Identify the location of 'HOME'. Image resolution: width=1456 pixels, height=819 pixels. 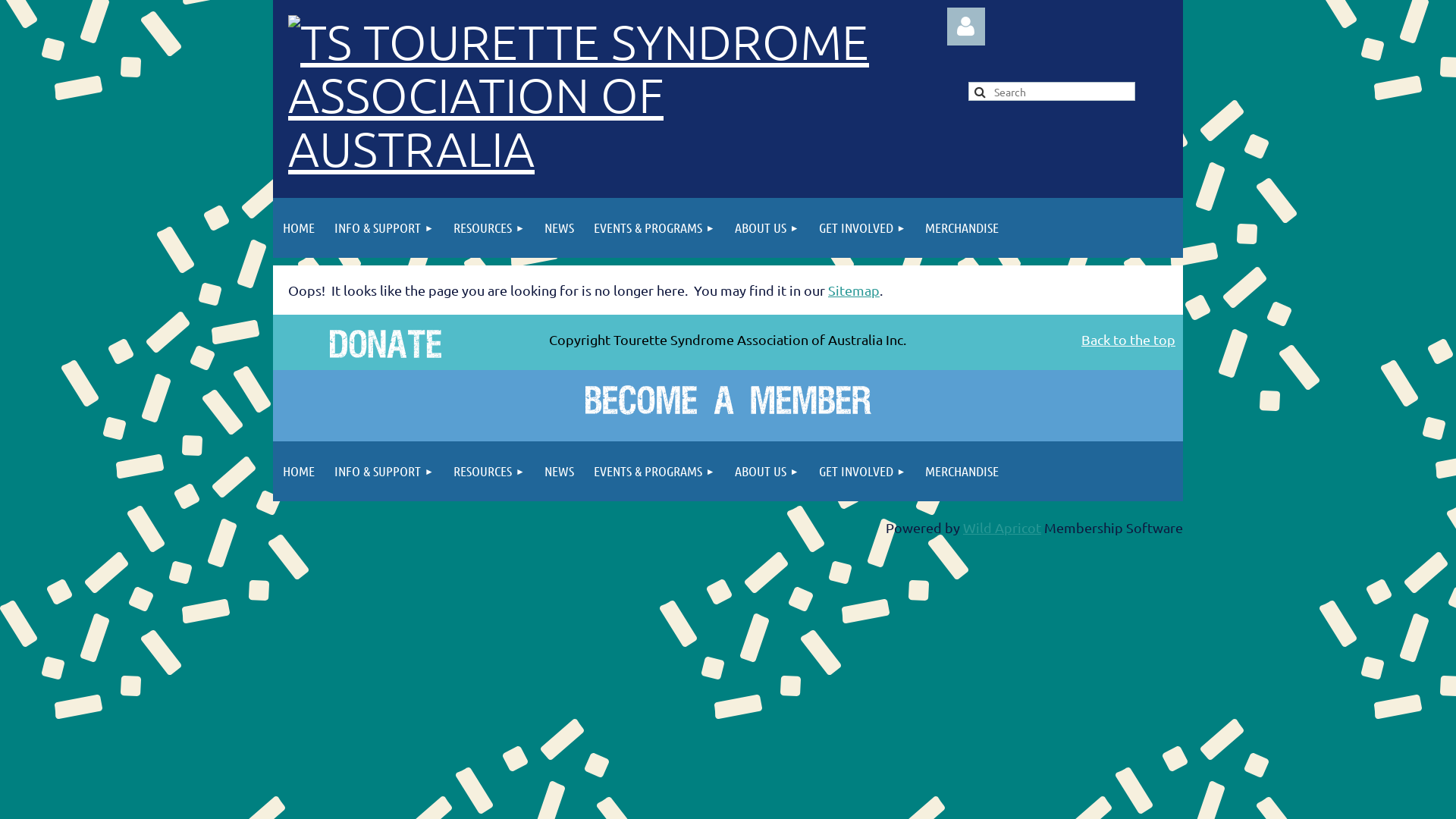
(298, 227).